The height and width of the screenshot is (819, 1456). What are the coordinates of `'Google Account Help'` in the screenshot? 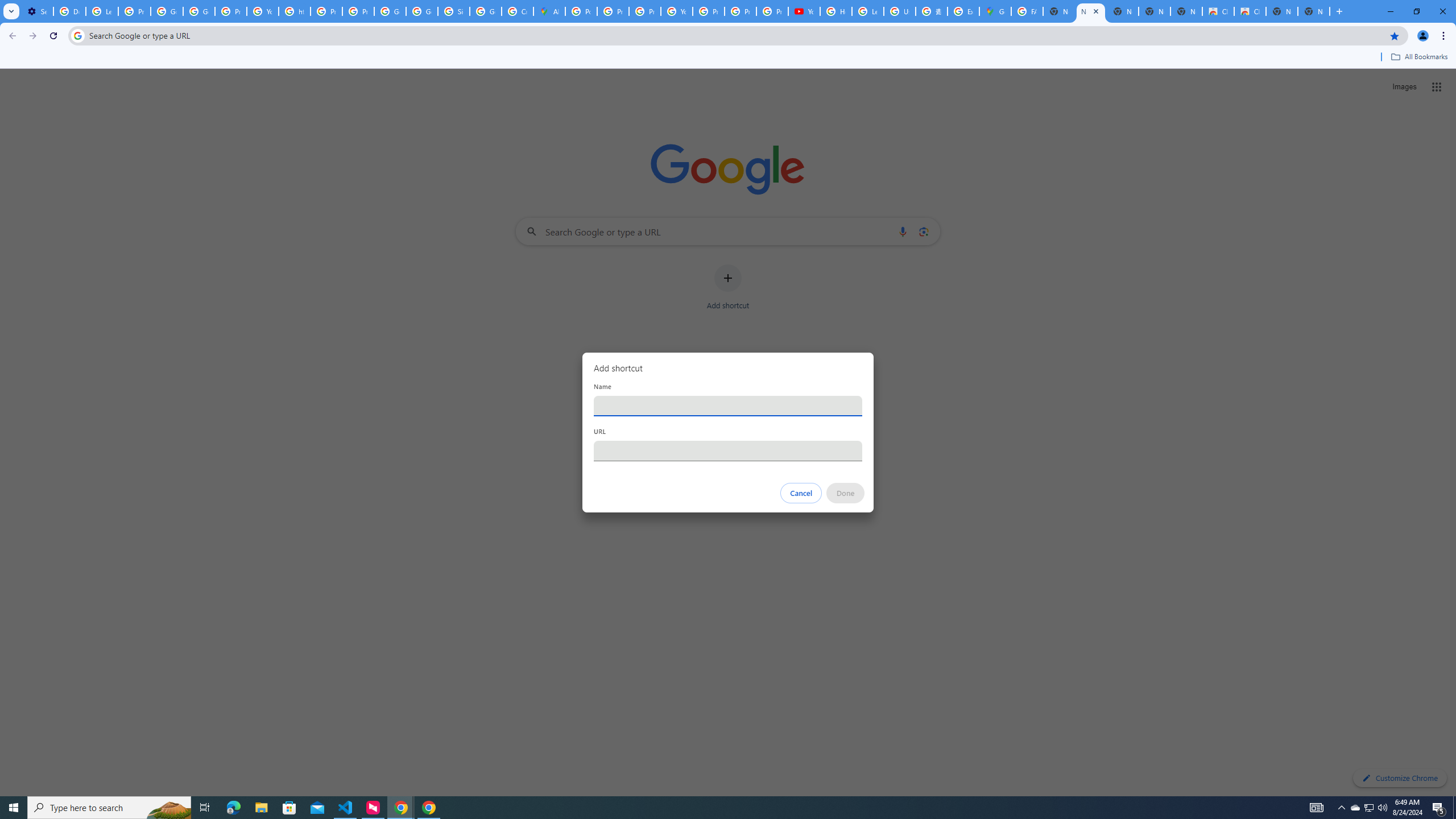 It's located at (198, 11).